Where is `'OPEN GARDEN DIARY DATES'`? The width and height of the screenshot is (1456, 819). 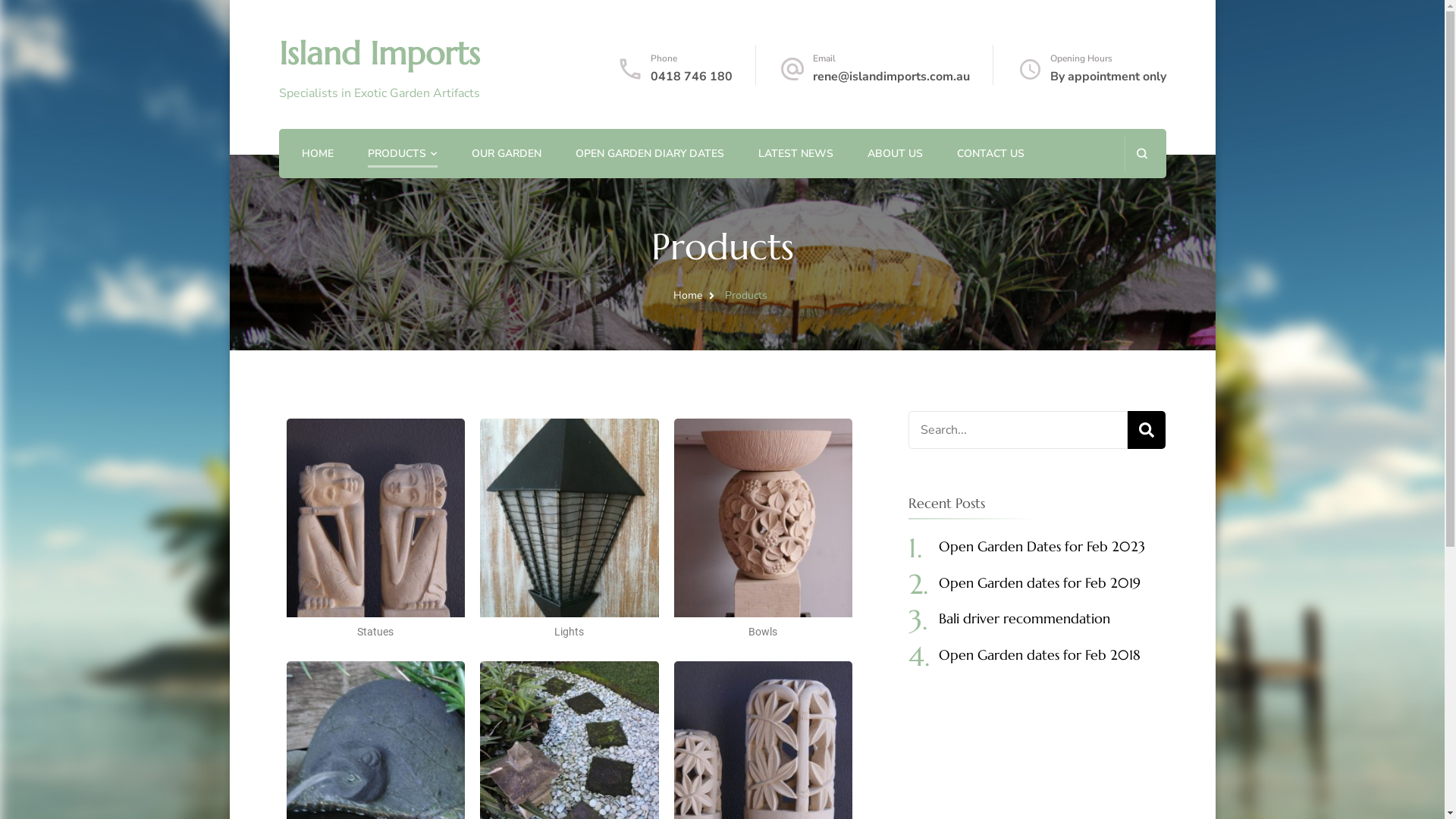
'OPEN GARDEN DIARY DATES' is located at coordinates (648, 155).